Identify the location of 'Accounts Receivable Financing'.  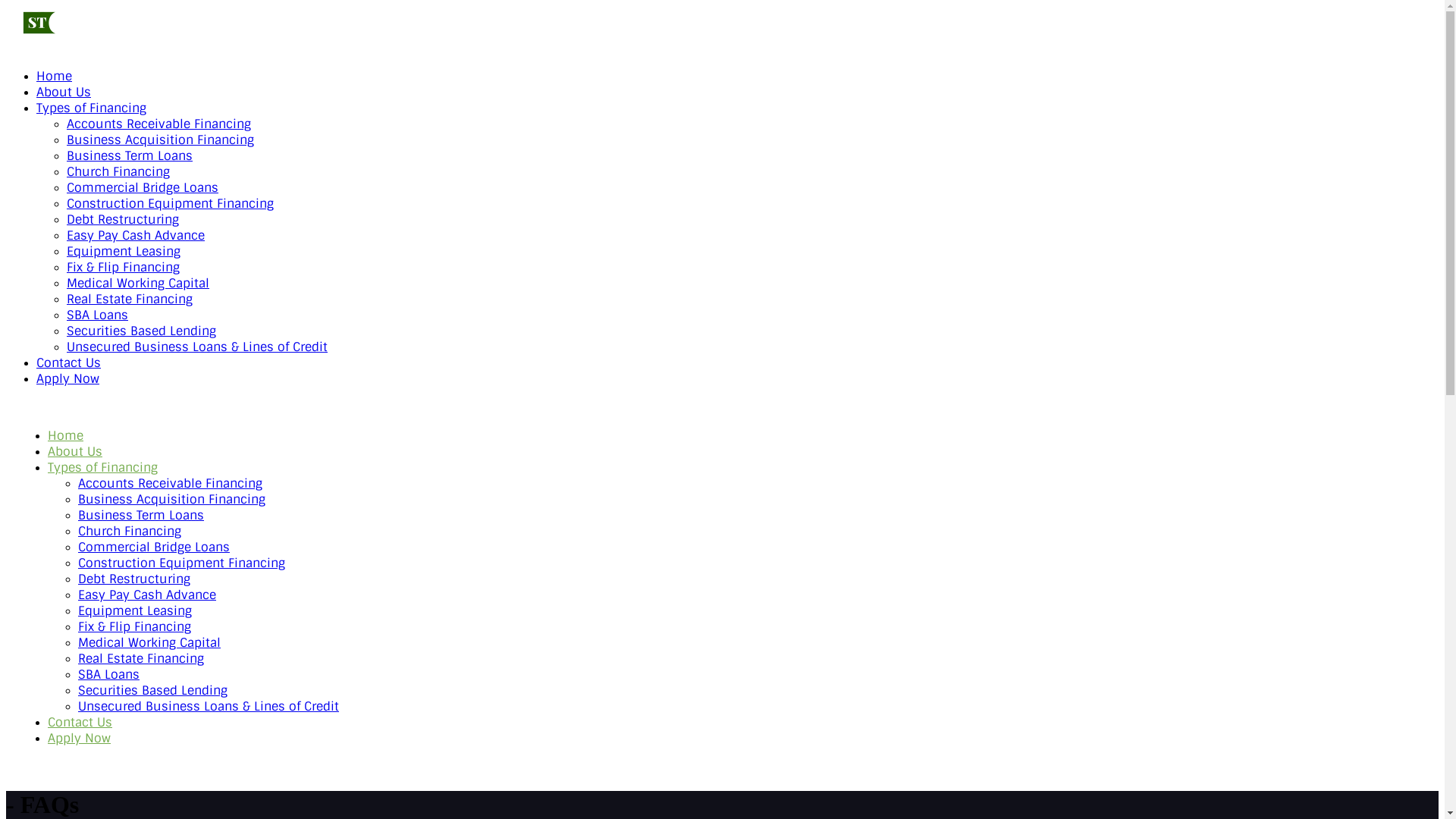
(170, 483).